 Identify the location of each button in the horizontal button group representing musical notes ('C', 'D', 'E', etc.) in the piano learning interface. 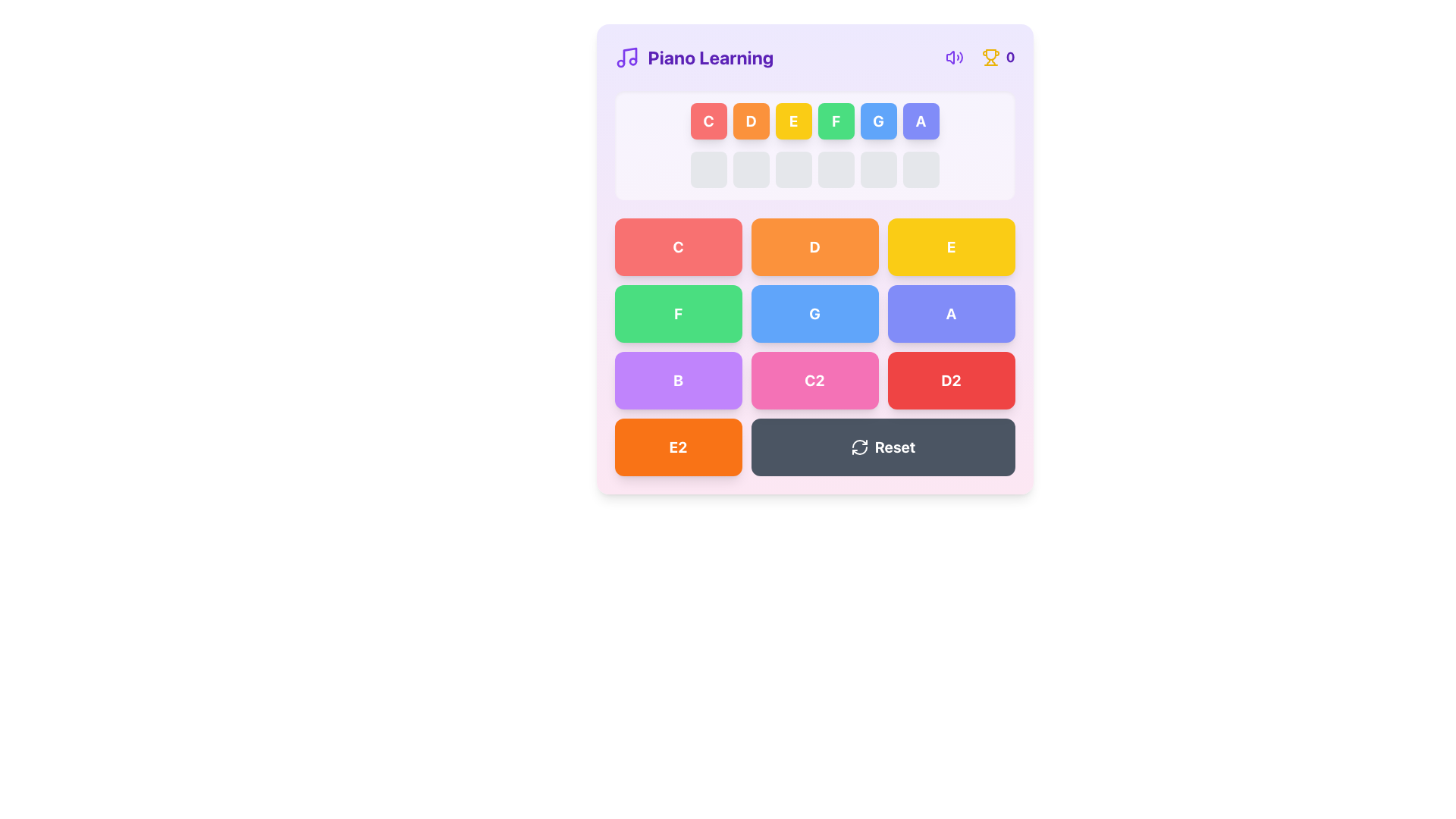
(814, 146).